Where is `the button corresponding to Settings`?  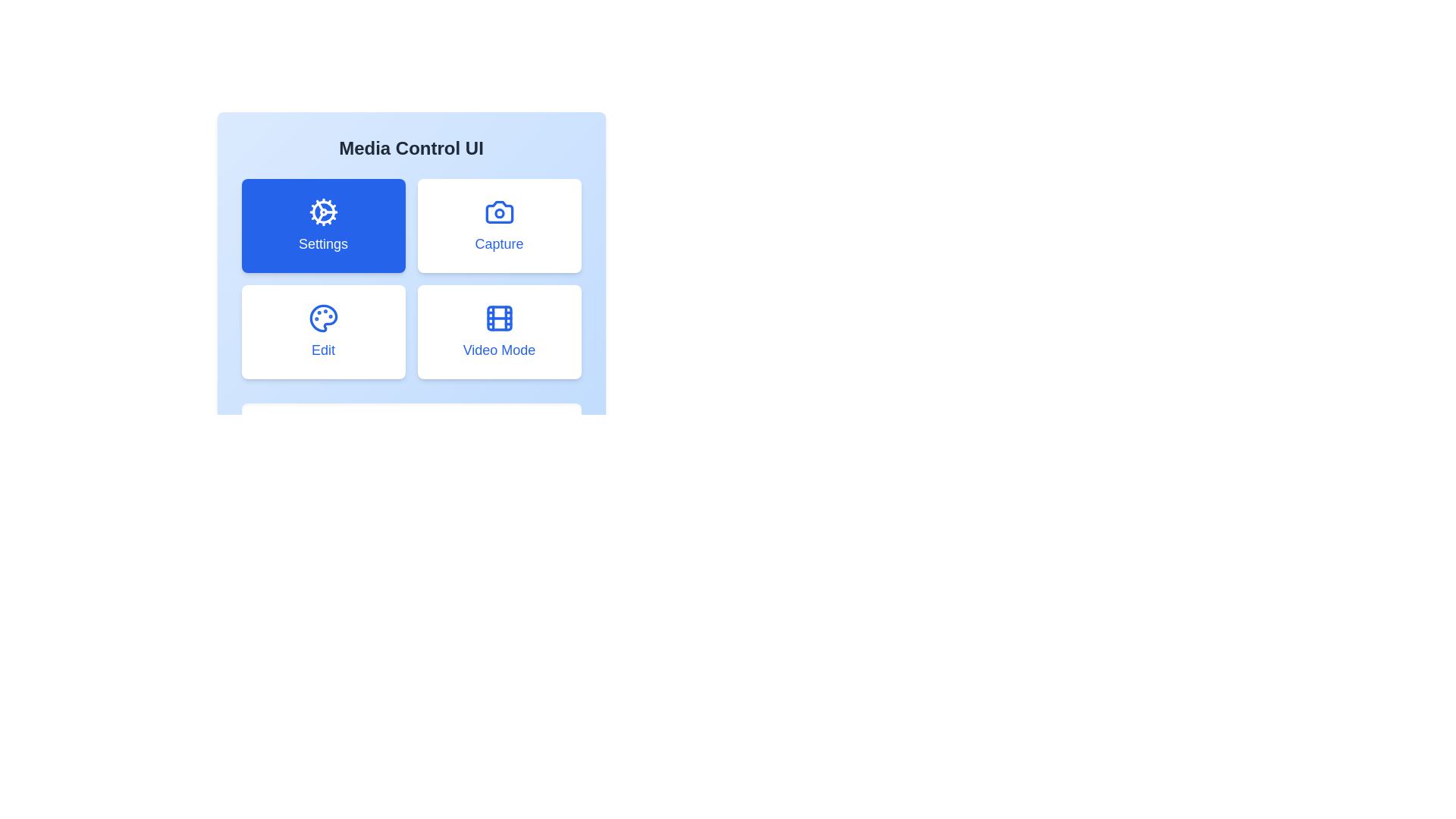
the button corresponding to Settings is located at coordinates (322, 225).